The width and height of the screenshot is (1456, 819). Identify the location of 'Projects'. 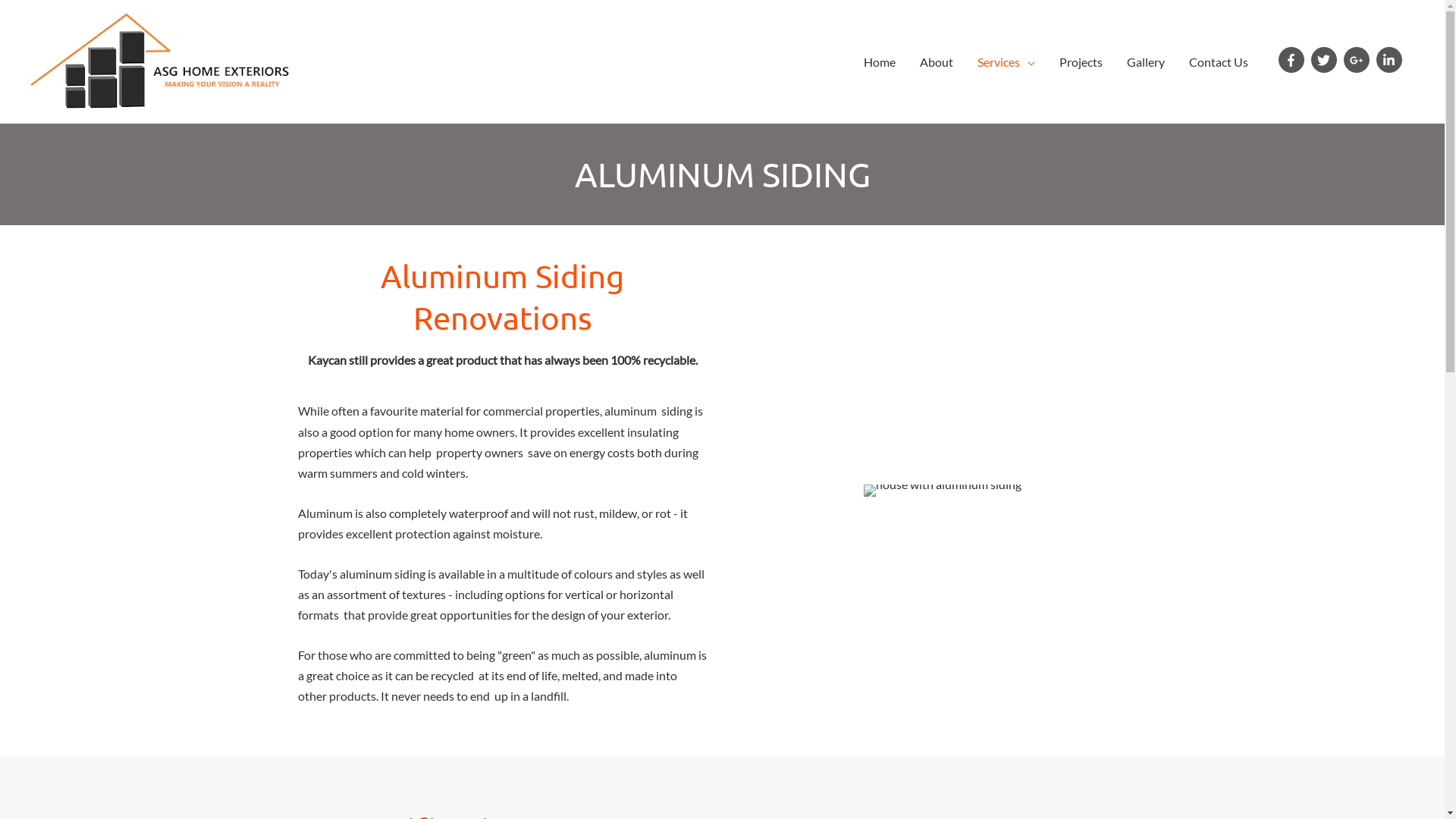
(1080, 61).